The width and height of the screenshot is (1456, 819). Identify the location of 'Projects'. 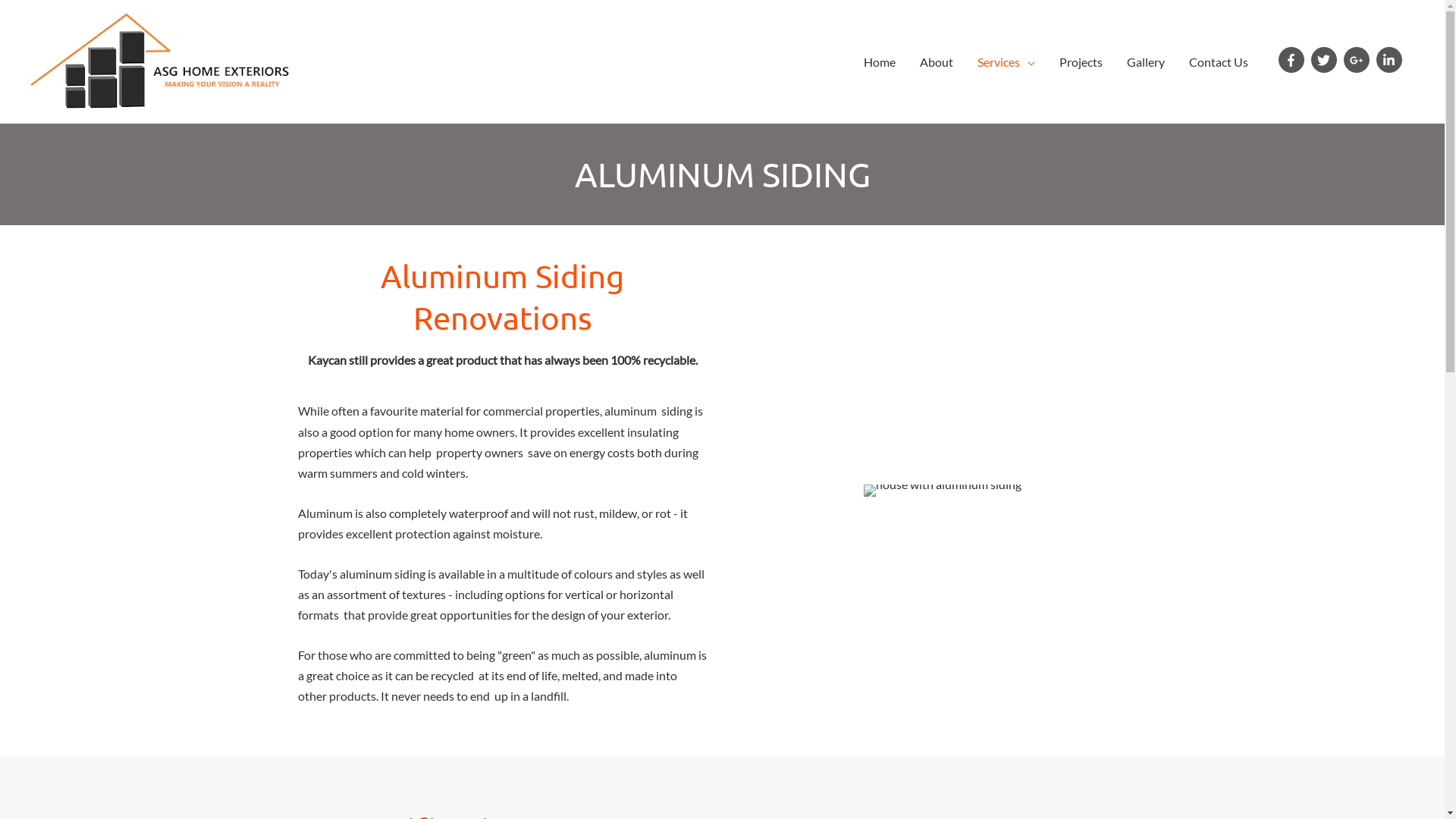
(1080, 61).